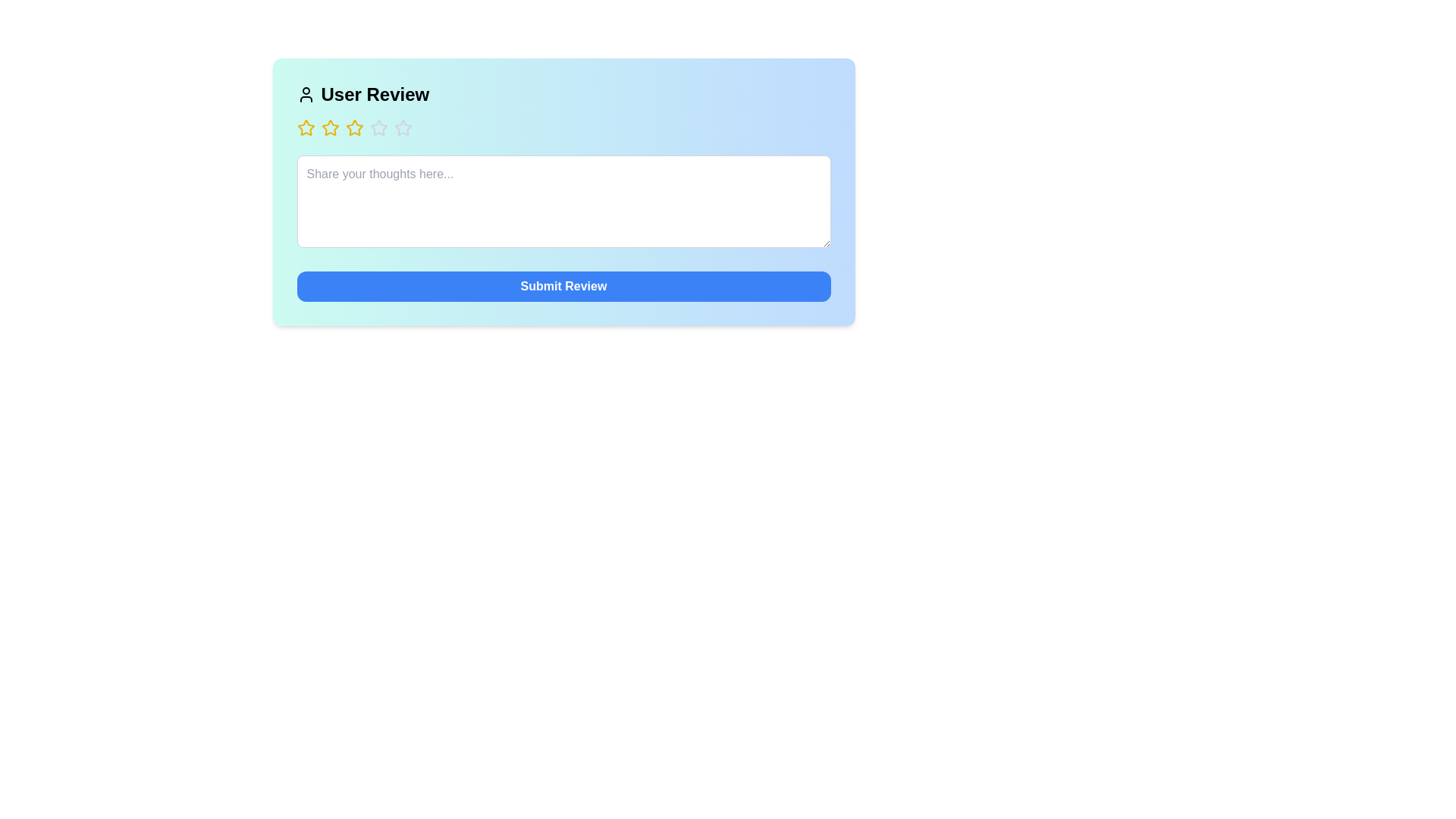 Image resolution: width=1456 pixels, height=819 pixels. What do you see at coordinates (378, 127) in the screenshot?
I see `the star corresponding to the desired rating of 4 stars` at bounding box center [378, 127].